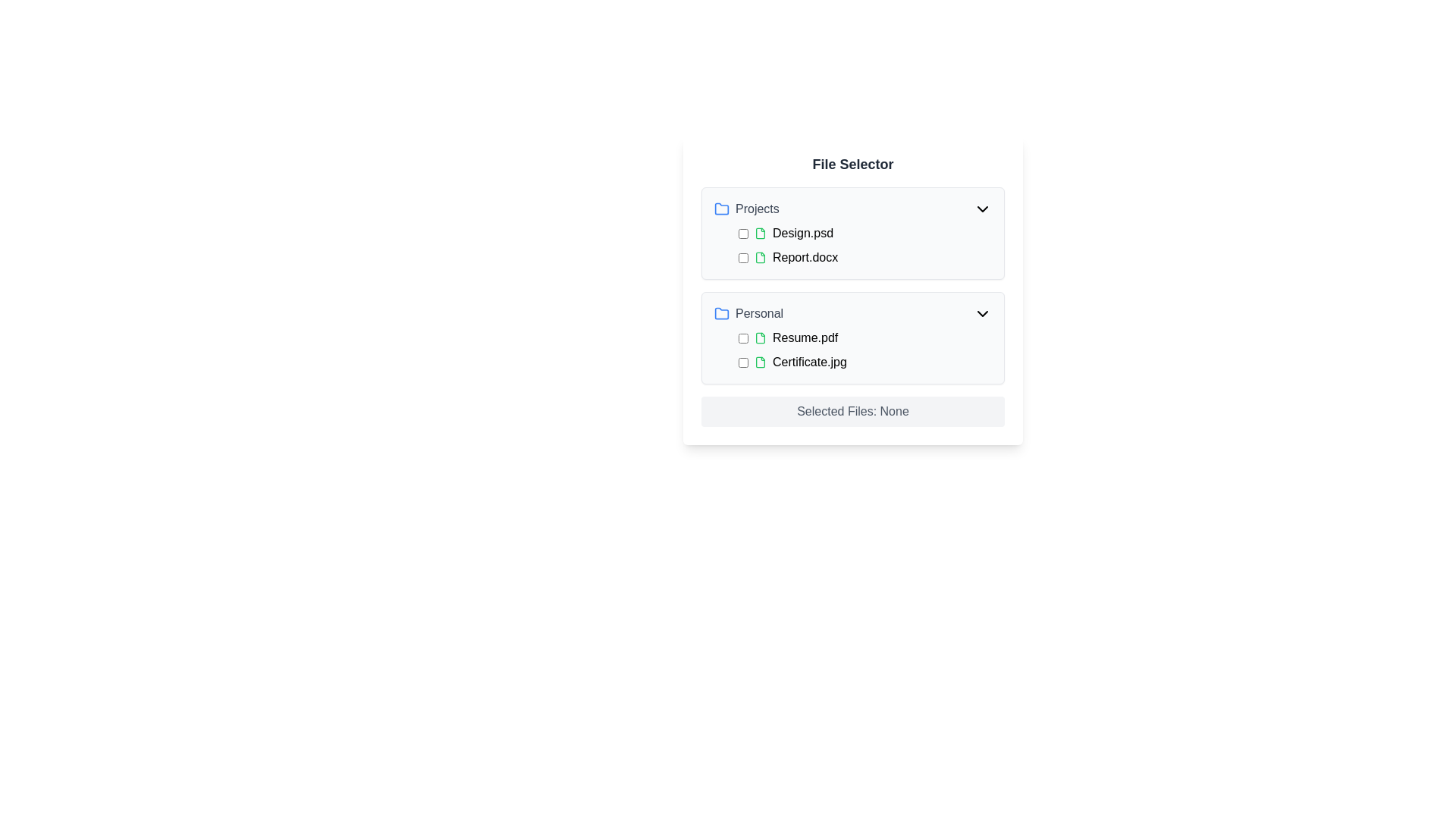  What do you see at coordinates (983, 312) in the screenshot?
I see `the downward-pointing chevron icon of the Dropdown toggle button in the 'Personal' section` at bounding box center [983, 312].